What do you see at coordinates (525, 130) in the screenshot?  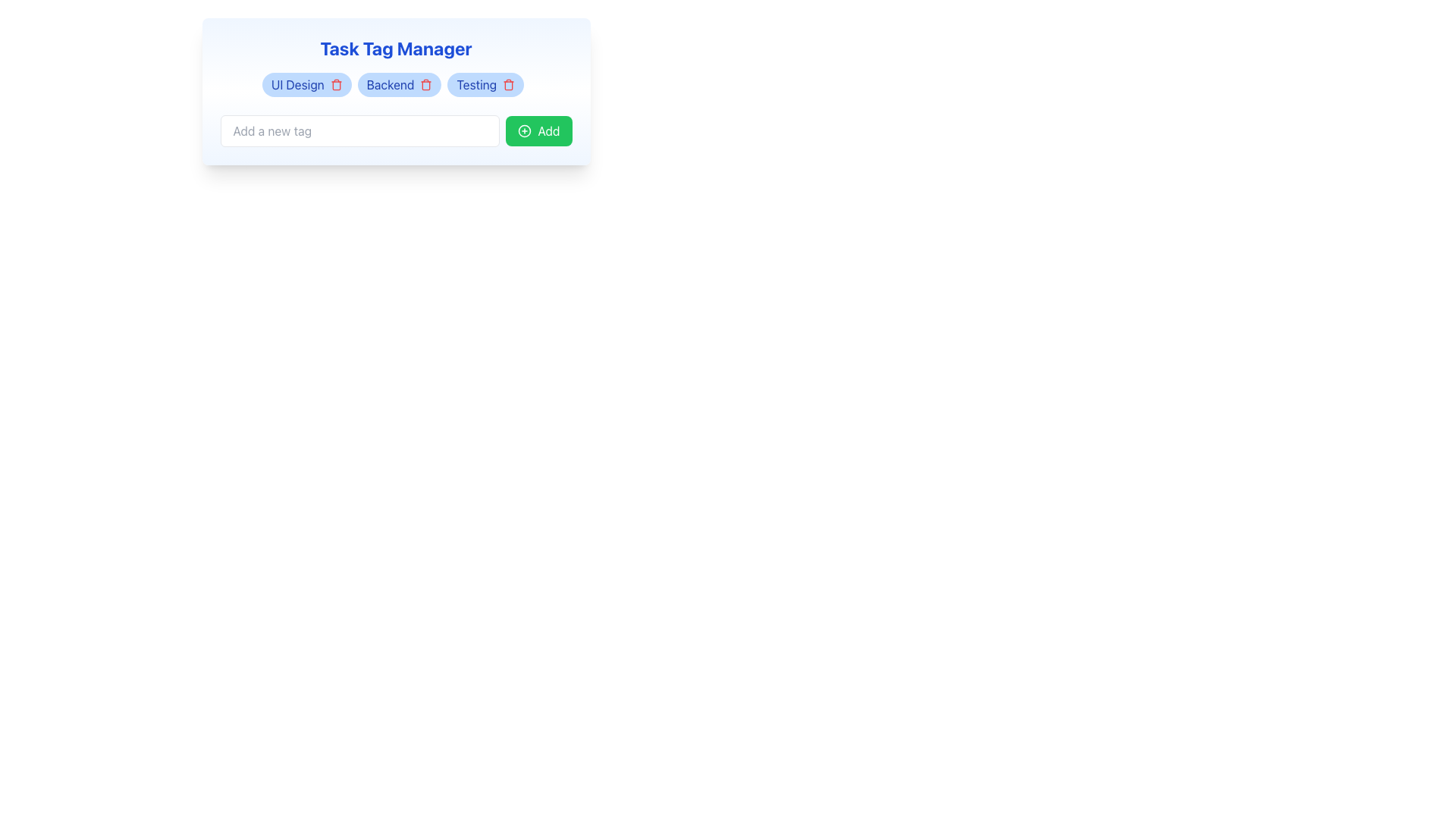 I see `the central circular outline within the SVG icon that is part of the green button, positioned to the left of the 'Add' text` at bounding box center [525, 130].